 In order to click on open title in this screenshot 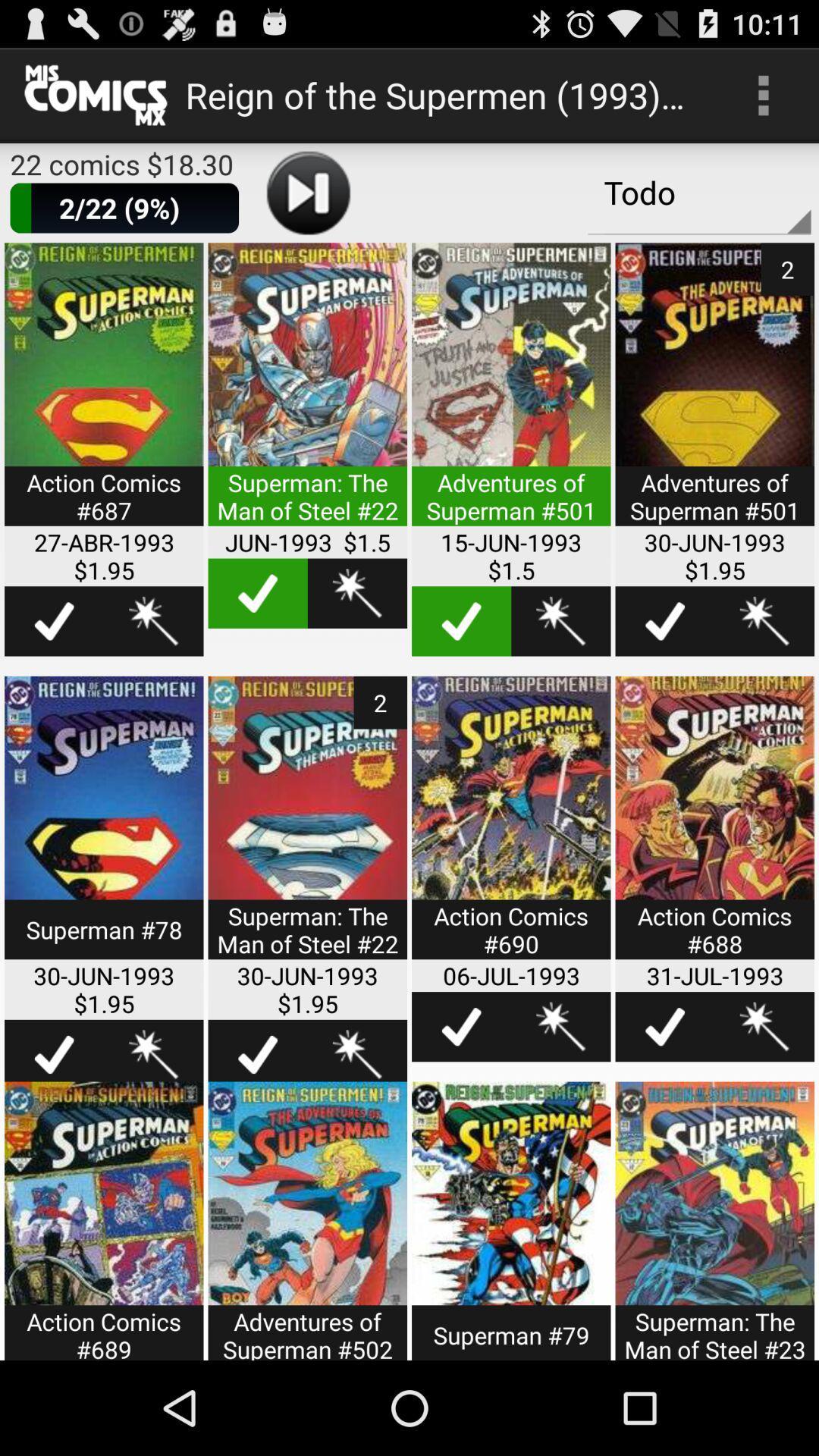, I will do `click(103, 827)`.